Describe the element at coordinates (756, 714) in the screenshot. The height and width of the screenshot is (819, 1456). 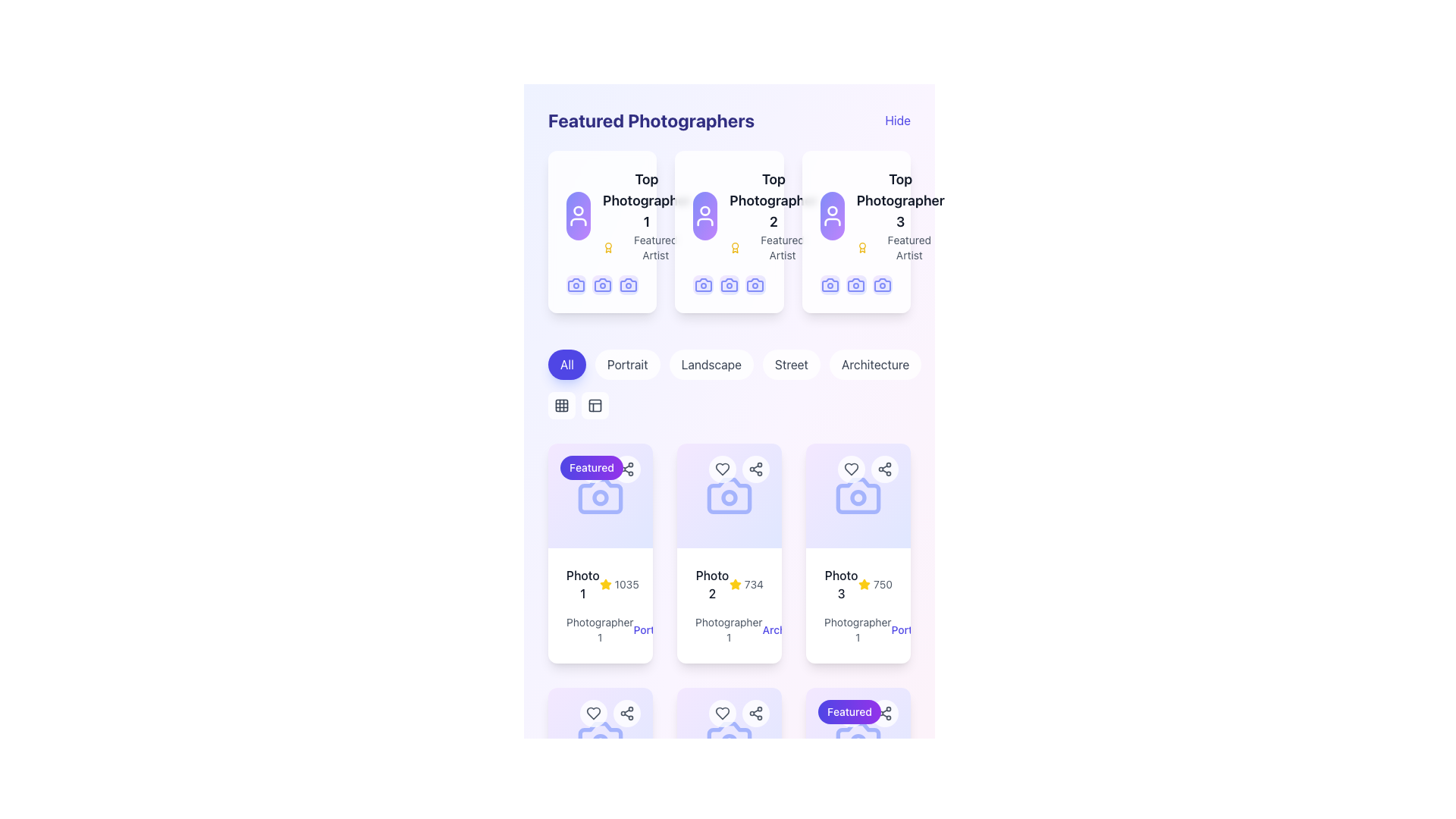
I see `the share button located in the right corner of the card's header, immediately following the heart icon, to share content` at that location.